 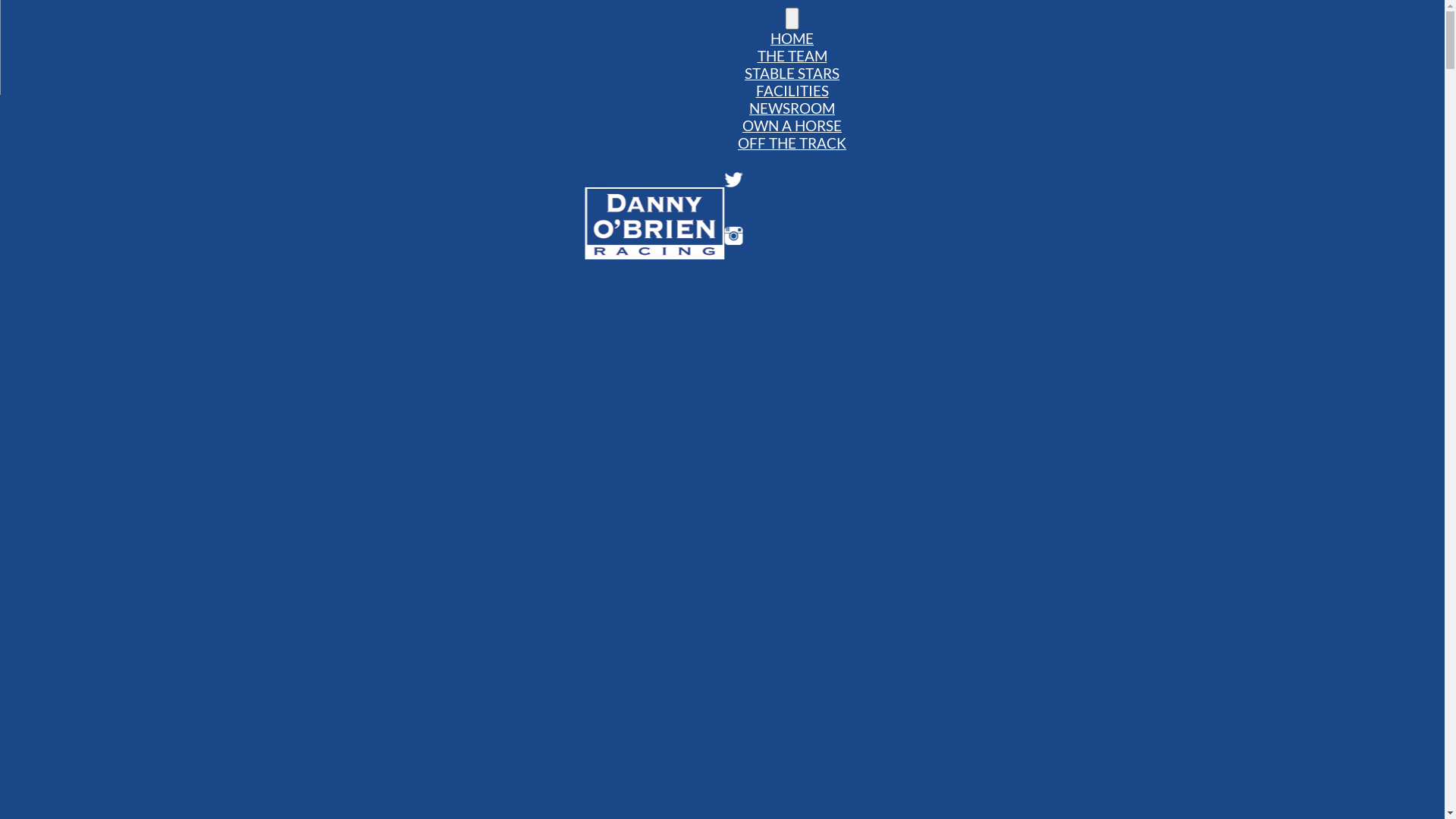 What do you see at coordinates (742, 107) in the screenshot?
I see `'NEWSROOM'` at bounding box center [742, 107].